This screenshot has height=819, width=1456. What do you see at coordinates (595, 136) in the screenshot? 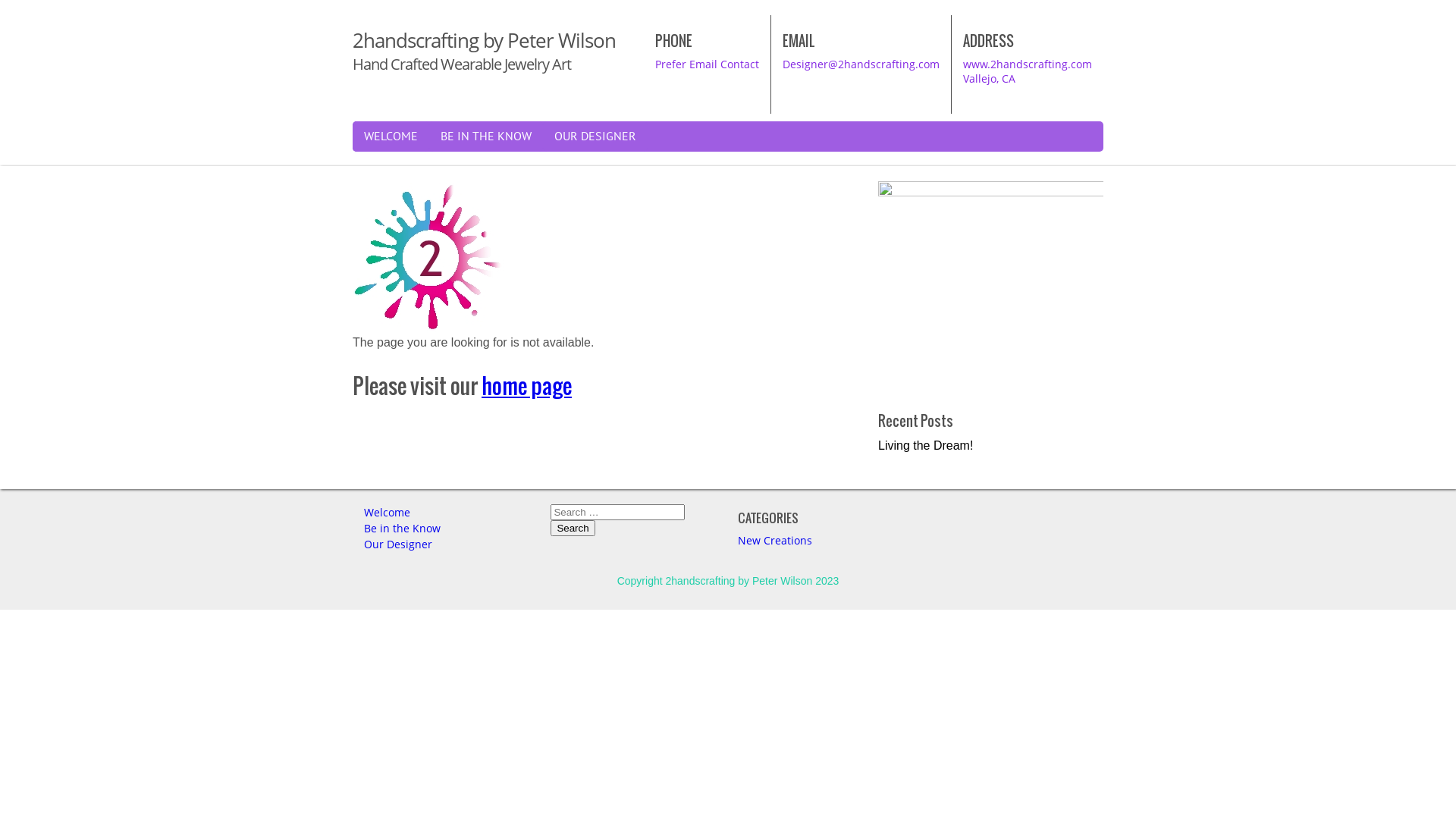
I see `'OUR DESIGNER'` at bounding box center [595, 136].